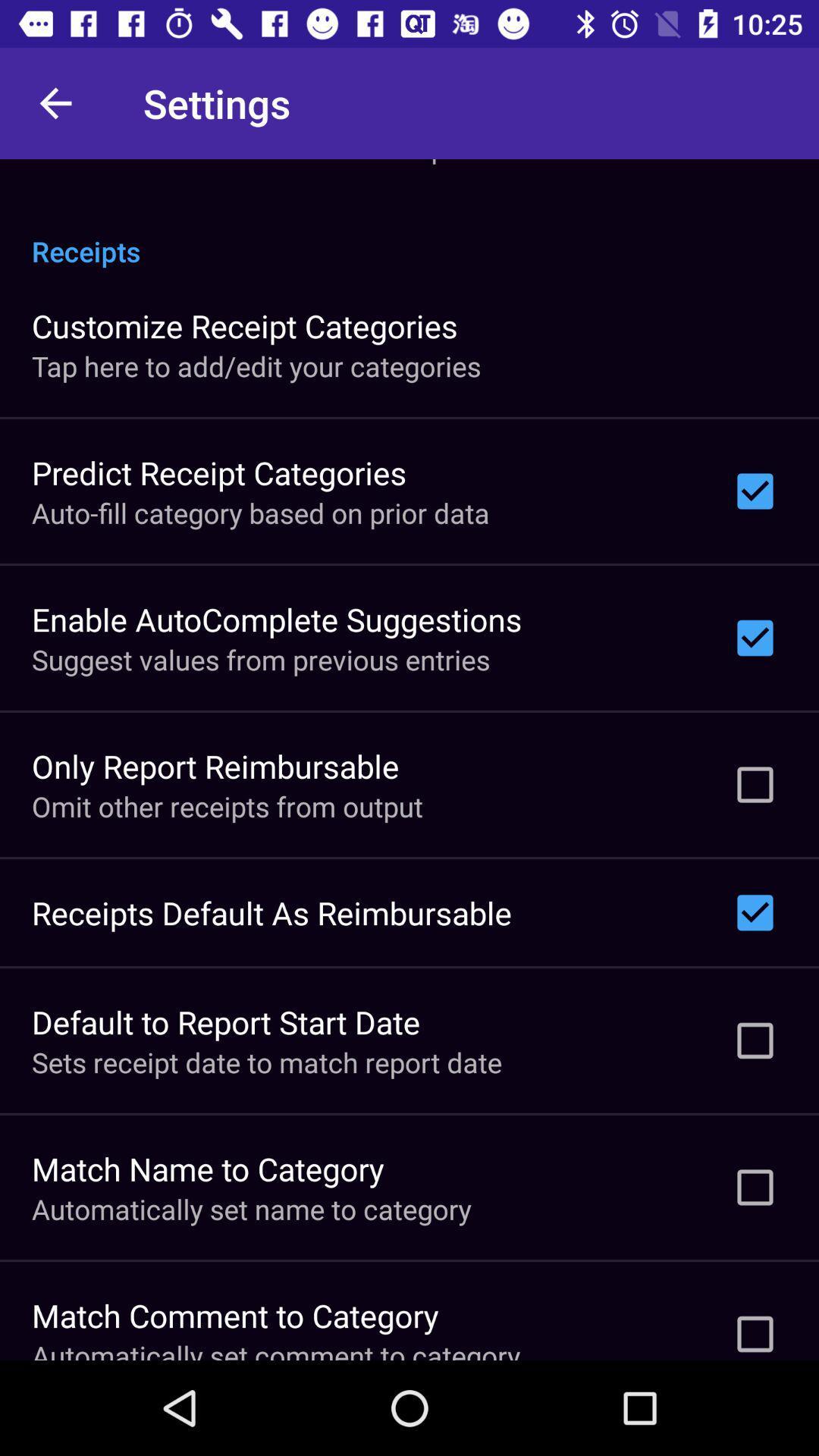  What do you see at coordinates (266, 1062) in the screenshot?
I see `the sets receipt date item` at bounding box center [266, 1062].